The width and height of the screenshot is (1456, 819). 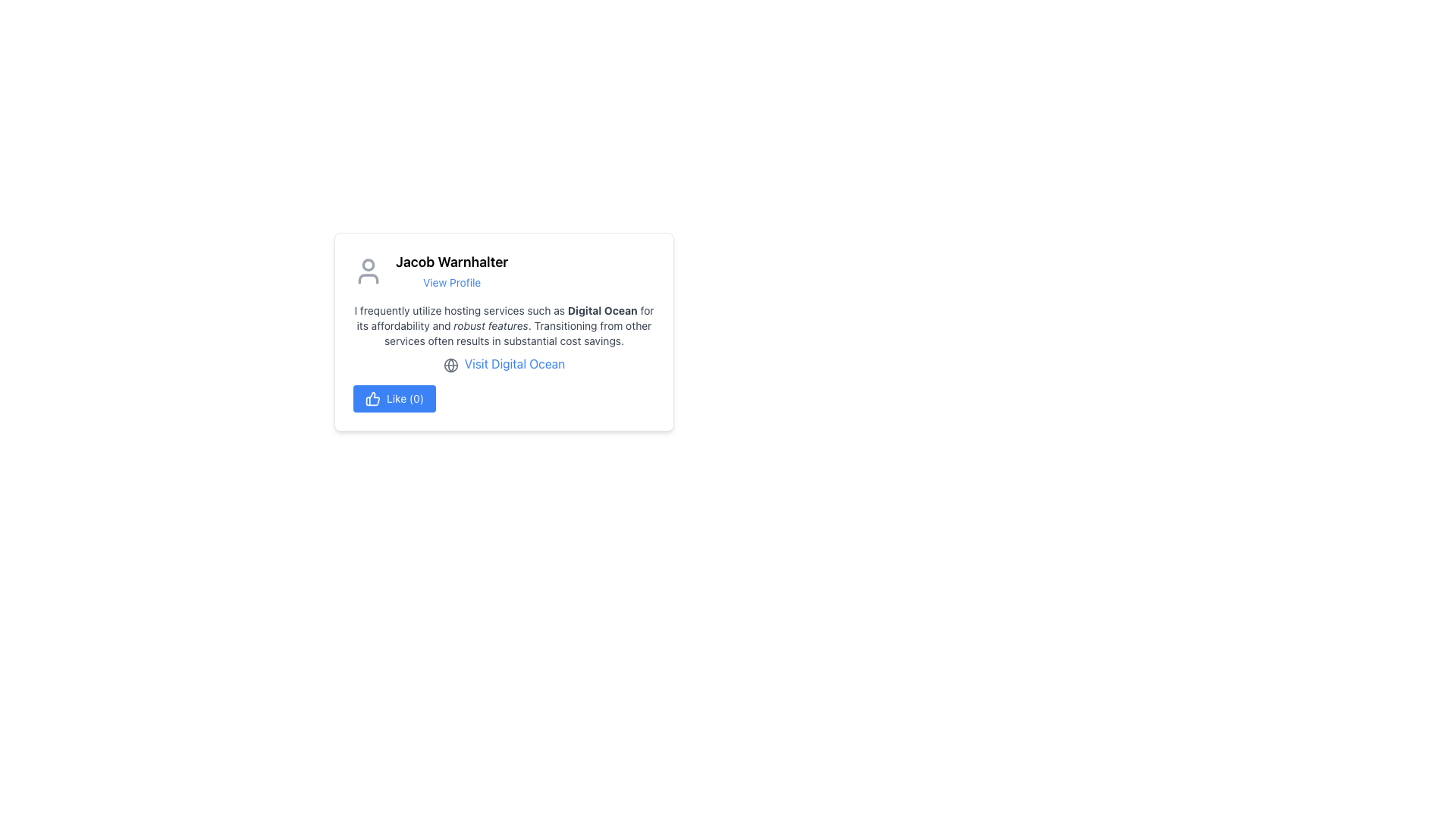 What do you see at coordinates (368, 271) in the screenshot?
I see `the circular user icon outlined in gray, which features a head and shoulders representation and is located next to the name 'Jacob Warnhalter'` at bounding box center [368, 271].